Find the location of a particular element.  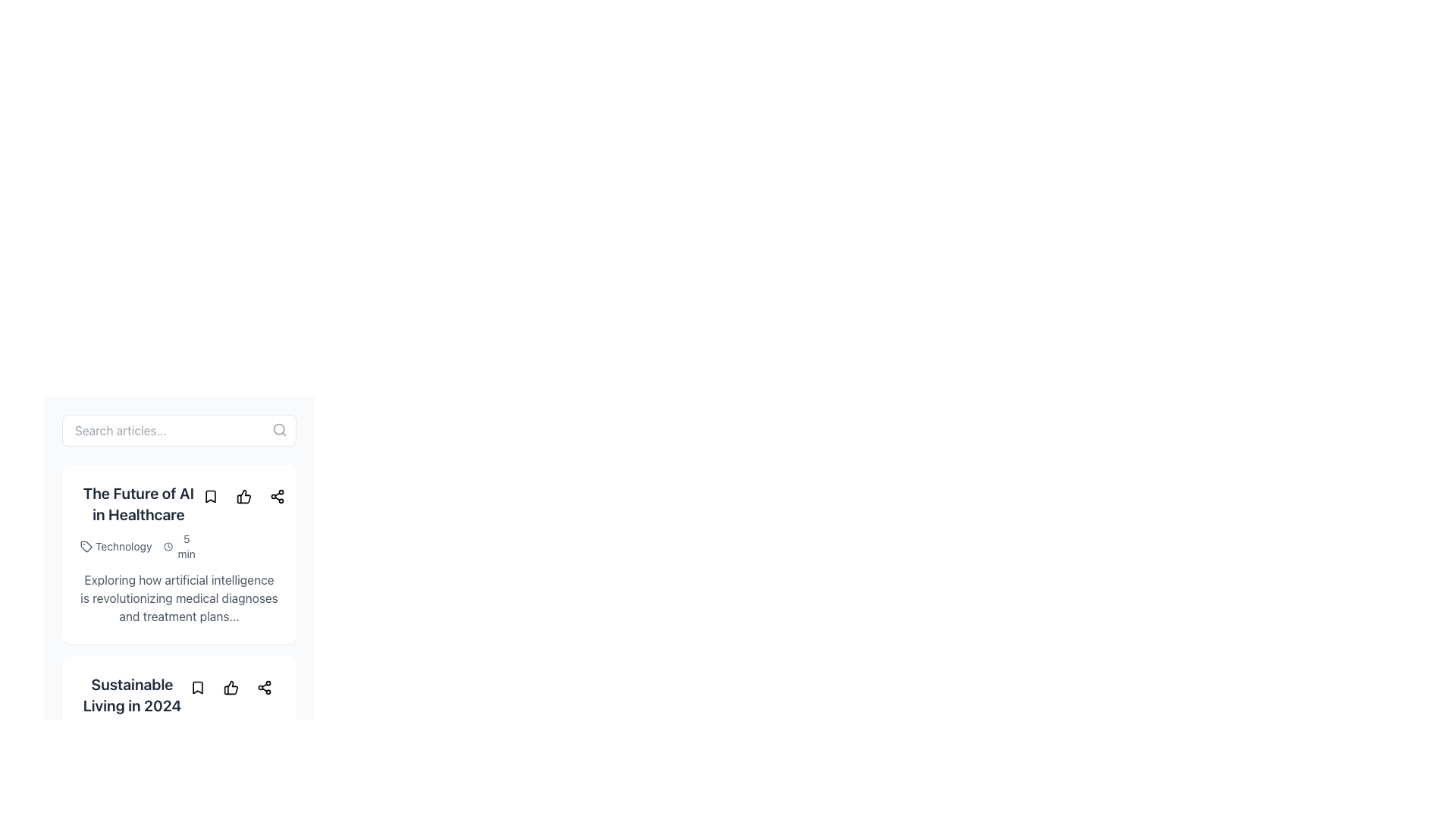

block of gray text stating "Exploring how artificial intelligence is revolutionizing medical diagnoses and treatment plans..." located centrally within the second section of the card component, below the title "The Future of AI in Healthcare." is located at coordinates (179, 598).